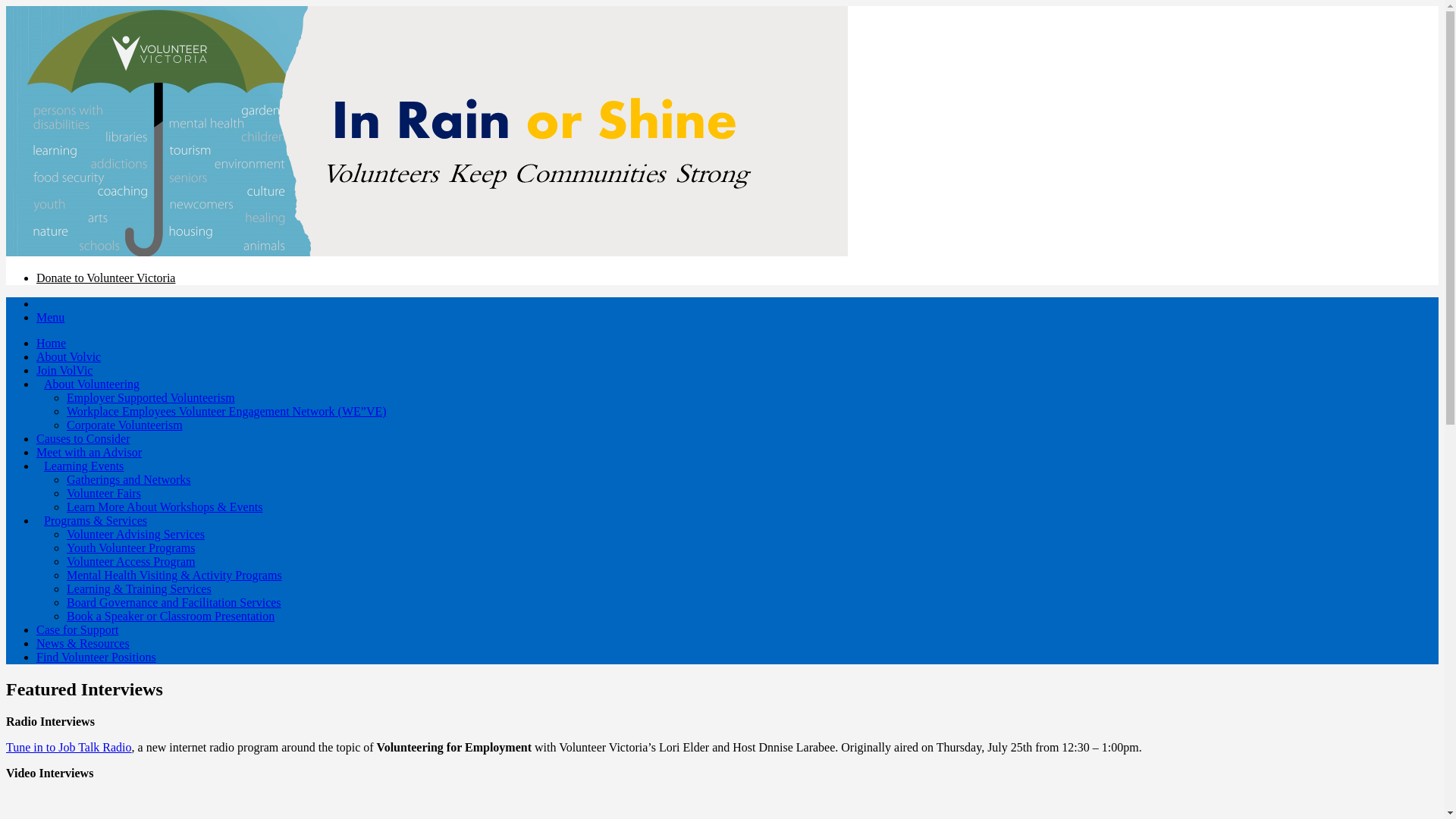  I want to click on 'Tune in to Job Talk Radio', so click(68, 746).